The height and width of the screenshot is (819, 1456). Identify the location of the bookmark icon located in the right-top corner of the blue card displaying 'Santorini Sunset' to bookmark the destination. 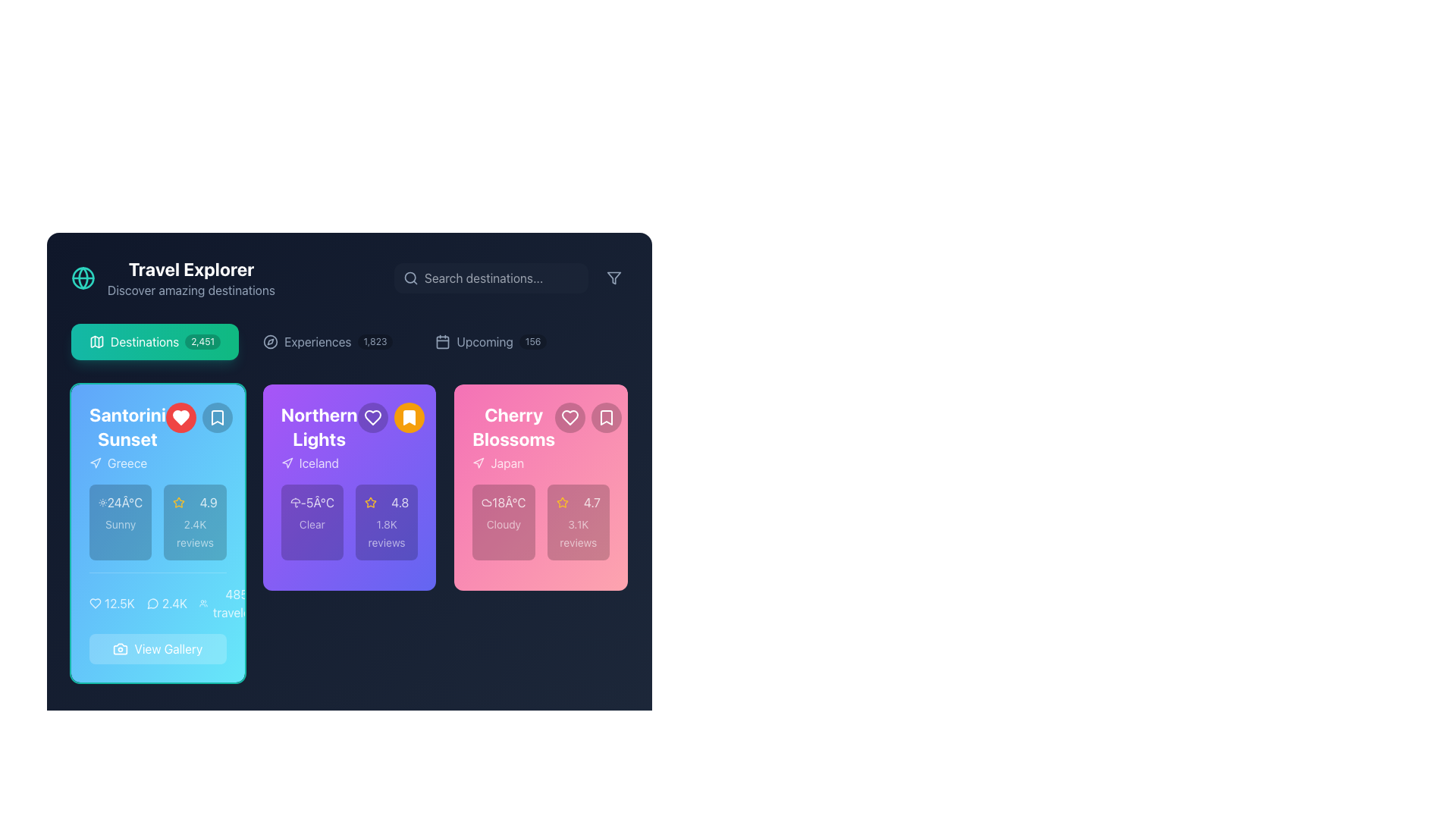
(216, 418).